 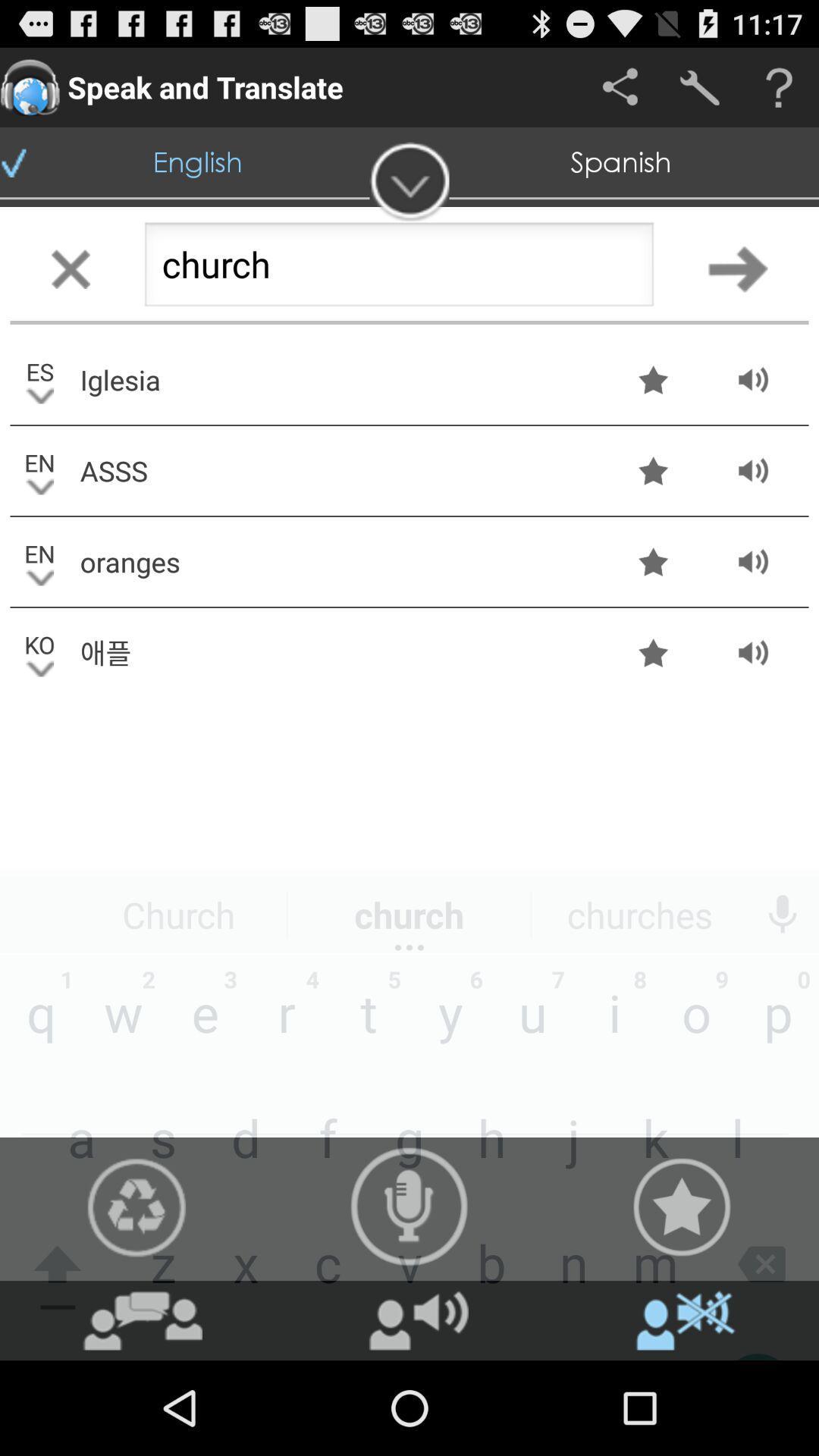 What do you see at coordinates (621, 162) in the screenshot?
I see `the text which says spanish which is at the right top corner` at bounding box center [621, 162].